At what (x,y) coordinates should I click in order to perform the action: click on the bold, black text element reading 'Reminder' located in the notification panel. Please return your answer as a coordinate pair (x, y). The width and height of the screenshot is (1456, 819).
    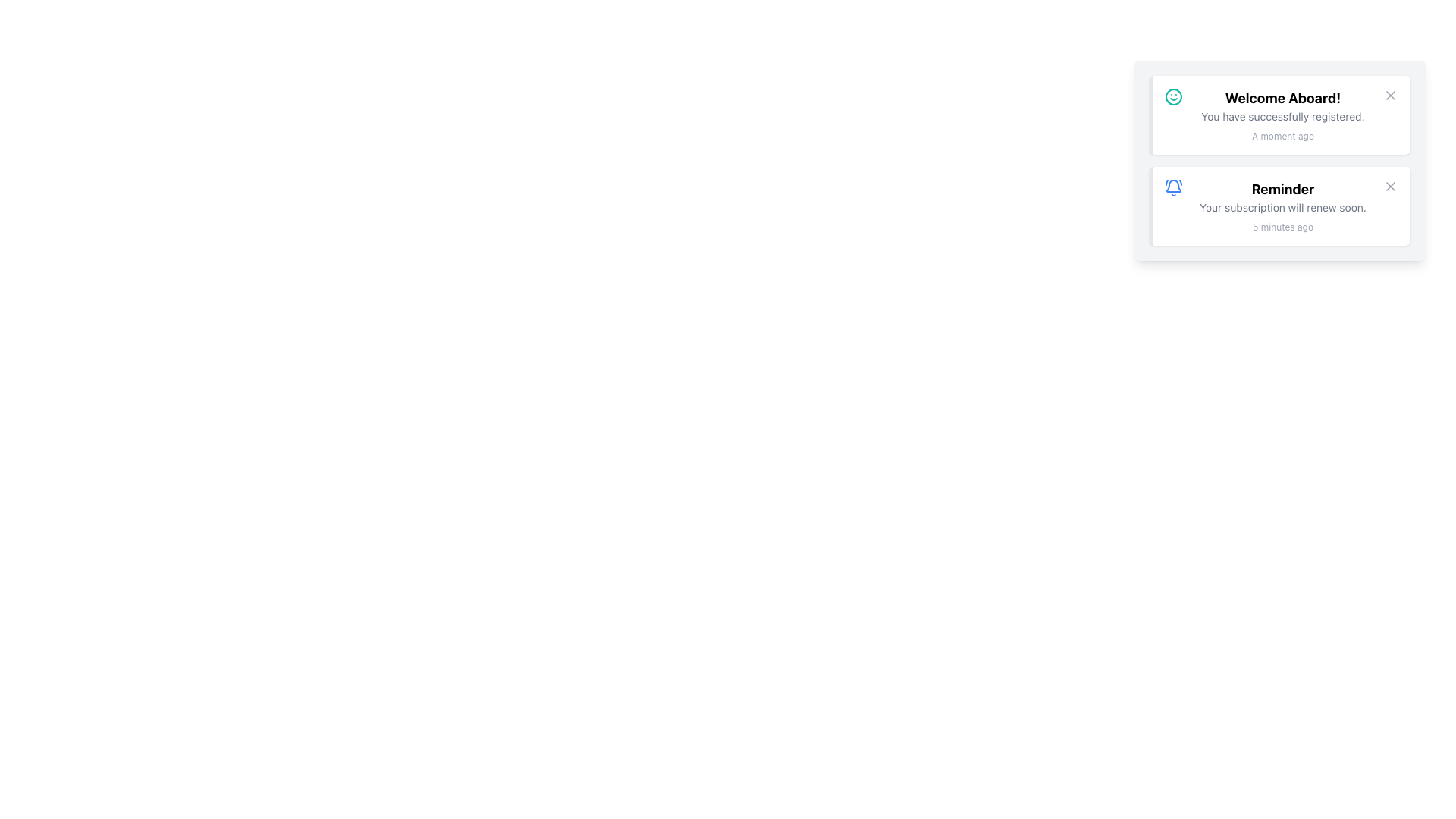
    Looking at the image, I should click on (1282, 189).